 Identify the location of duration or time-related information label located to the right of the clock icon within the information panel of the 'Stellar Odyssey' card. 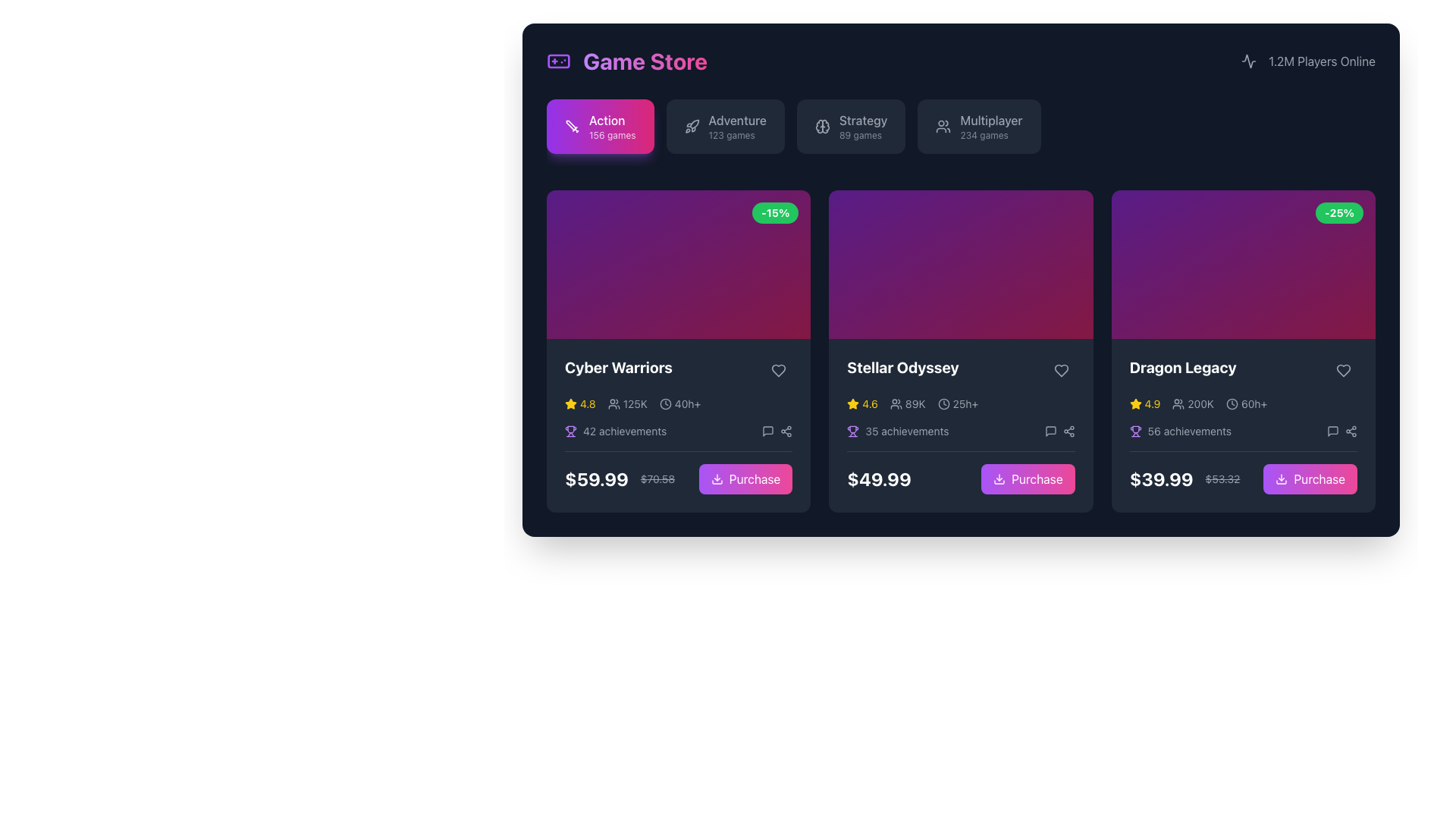
(965, 403).